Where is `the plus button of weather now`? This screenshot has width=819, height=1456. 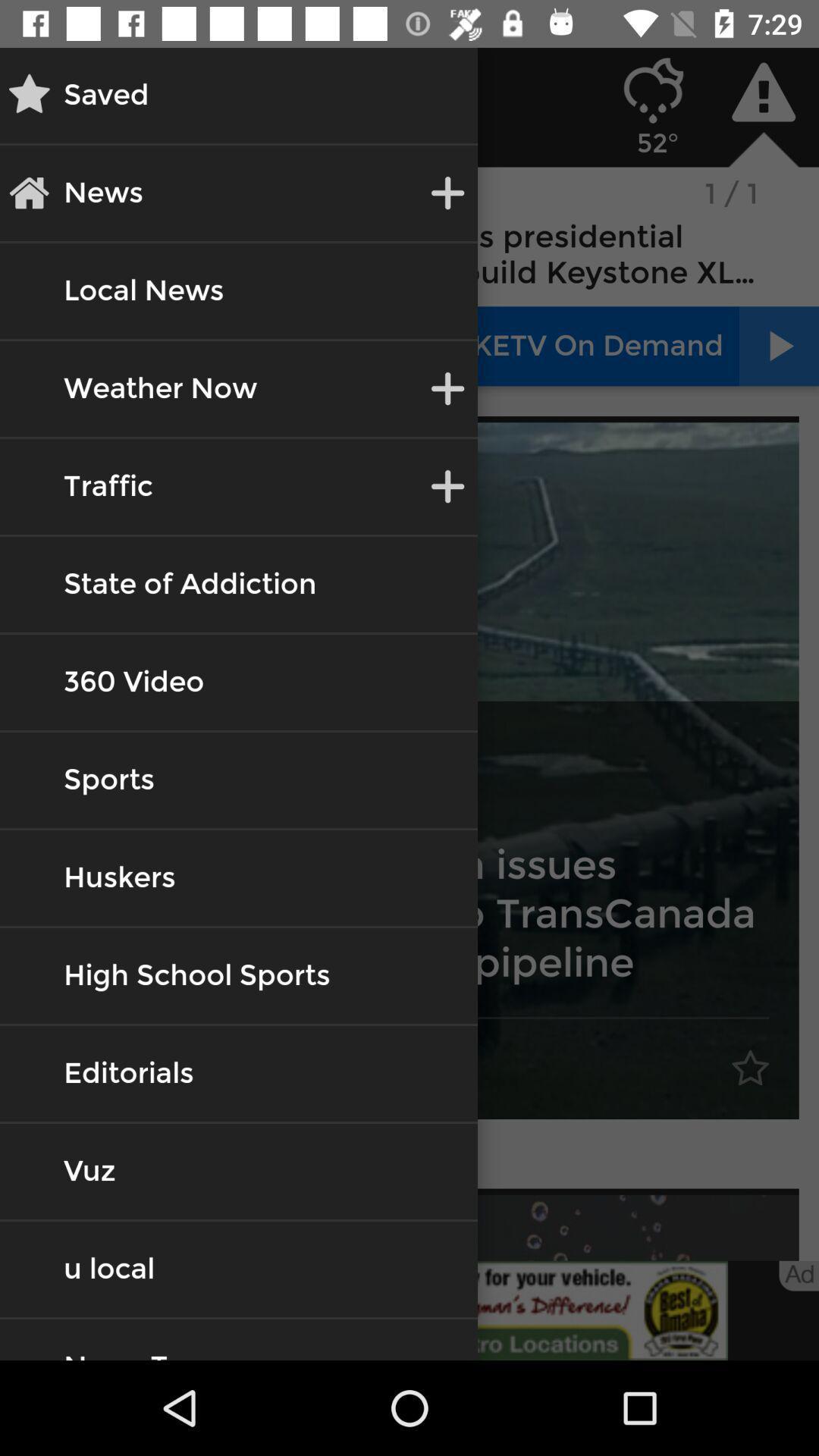
the plus button of weather now is located at coordinates (447, 389).